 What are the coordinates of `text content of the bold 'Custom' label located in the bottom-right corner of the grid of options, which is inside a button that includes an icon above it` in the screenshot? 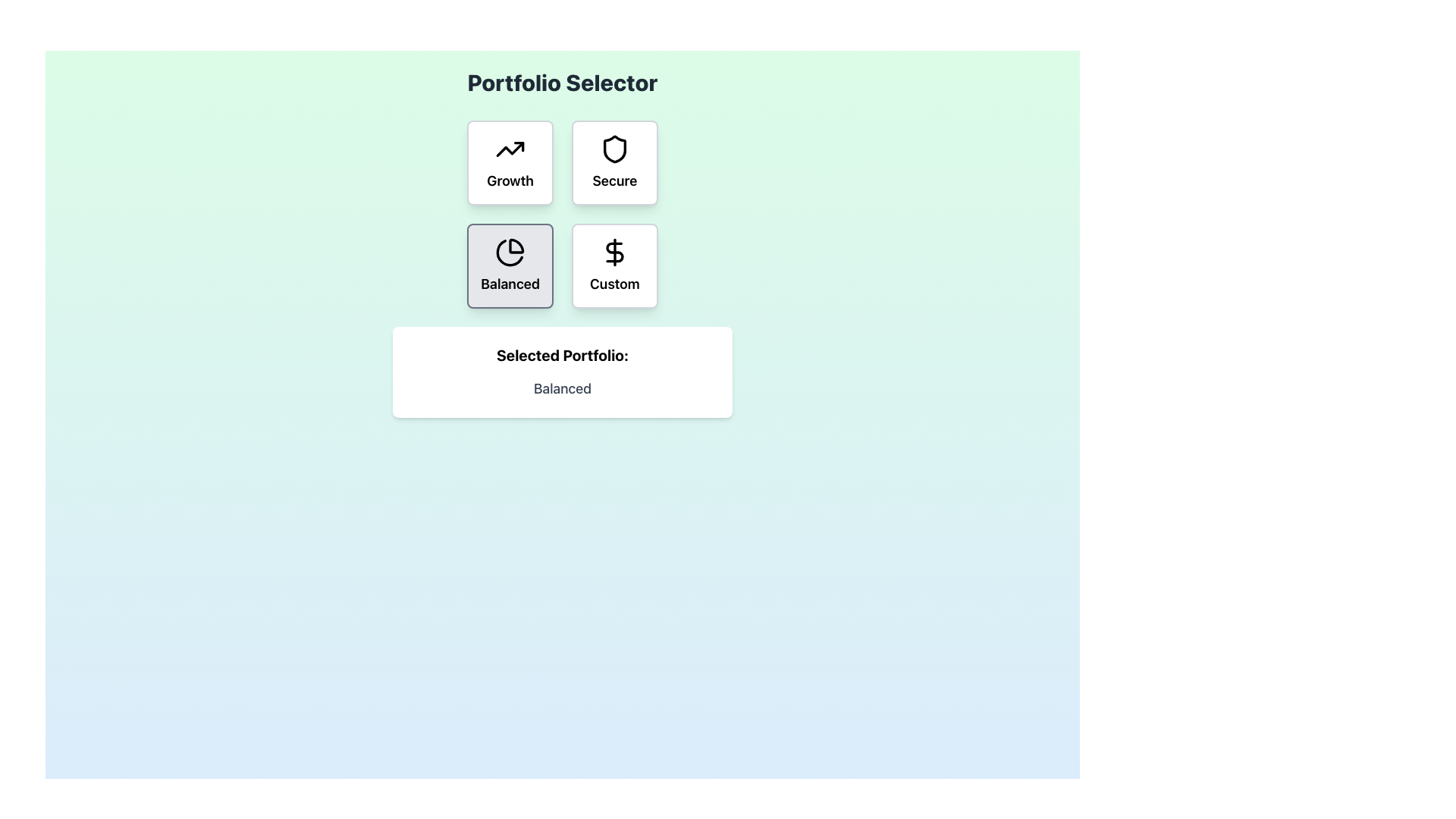 It's located at (614, 284).